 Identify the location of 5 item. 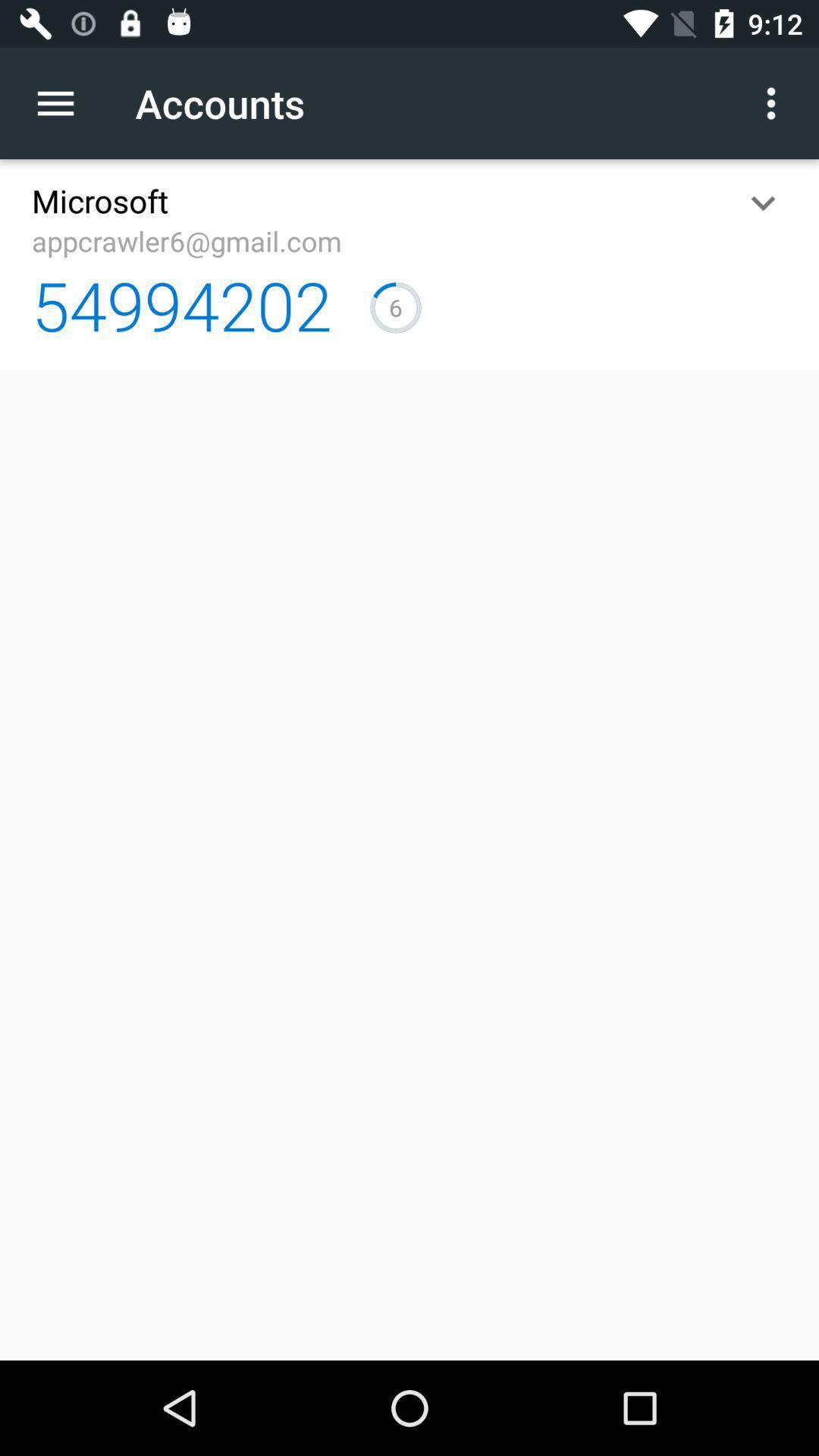
(394, 306).